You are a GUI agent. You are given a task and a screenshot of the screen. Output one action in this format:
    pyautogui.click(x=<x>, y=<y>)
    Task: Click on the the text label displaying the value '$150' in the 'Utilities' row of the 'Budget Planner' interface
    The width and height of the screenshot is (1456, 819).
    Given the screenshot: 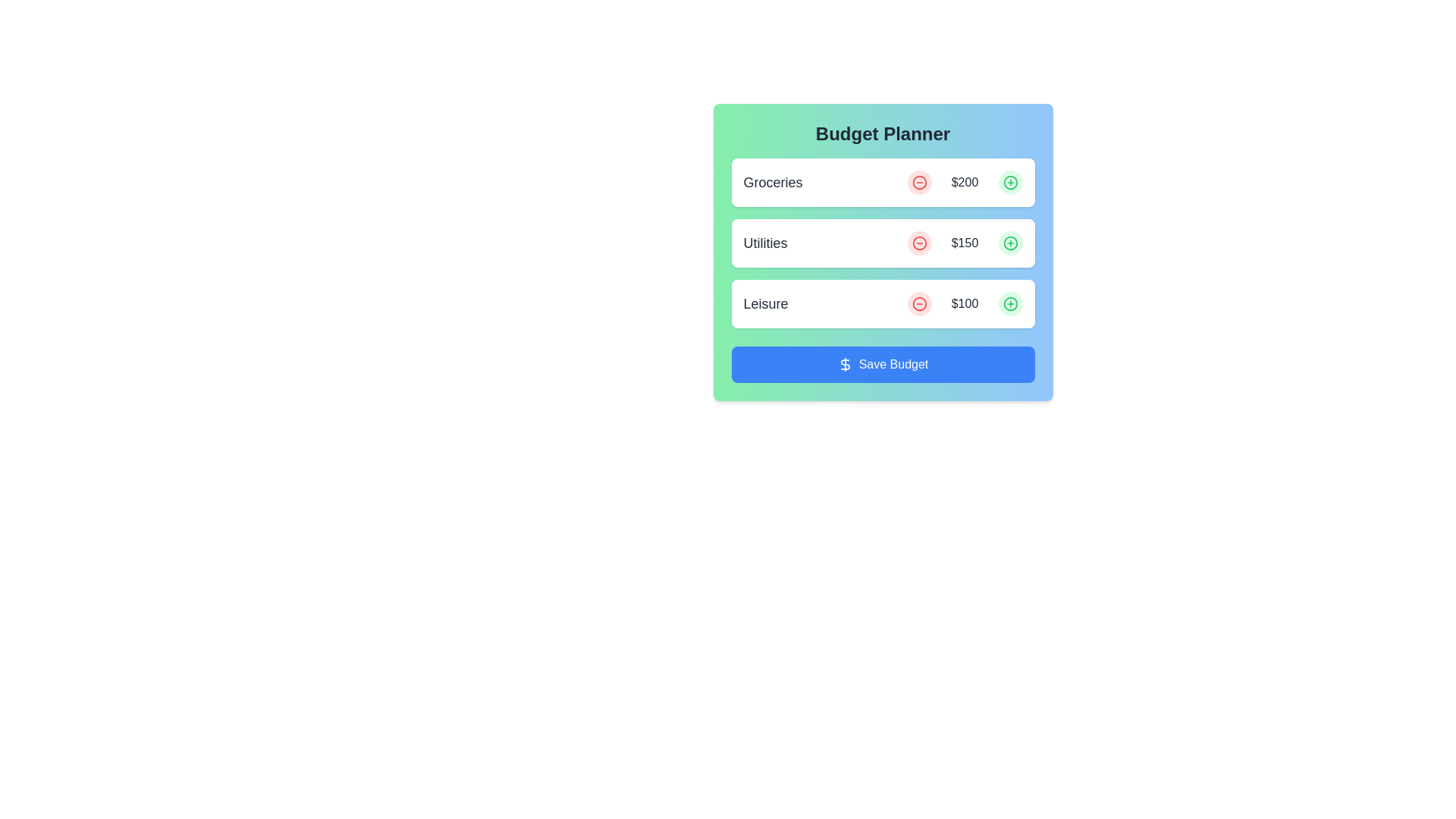 What is the action you would take?
    pyautogui.click(x=964, y=242)
    